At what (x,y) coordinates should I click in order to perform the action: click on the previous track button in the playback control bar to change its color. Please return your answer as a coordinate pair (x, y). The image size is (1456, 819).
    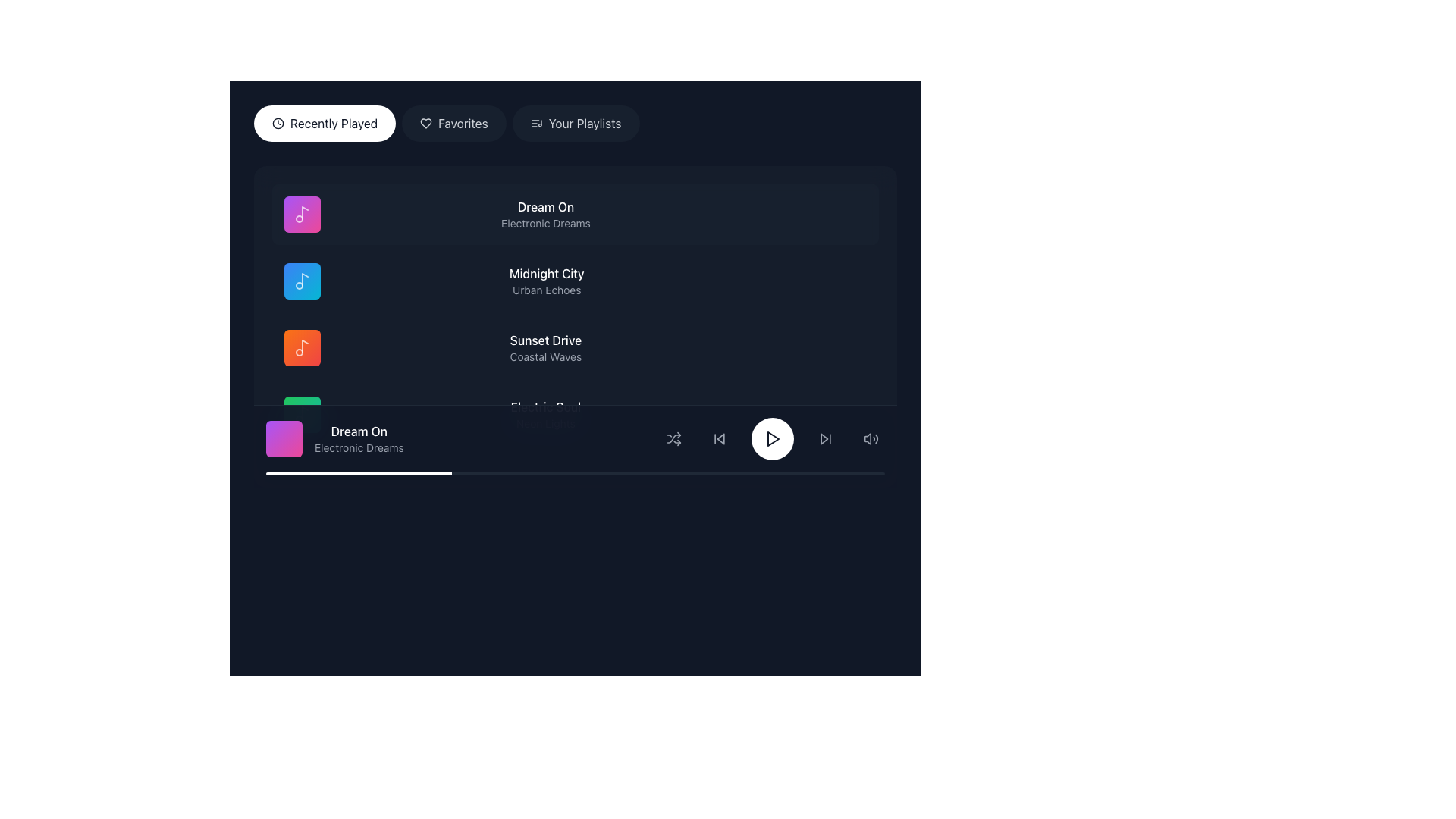
    Looking at the image, I should click on (719, 438).